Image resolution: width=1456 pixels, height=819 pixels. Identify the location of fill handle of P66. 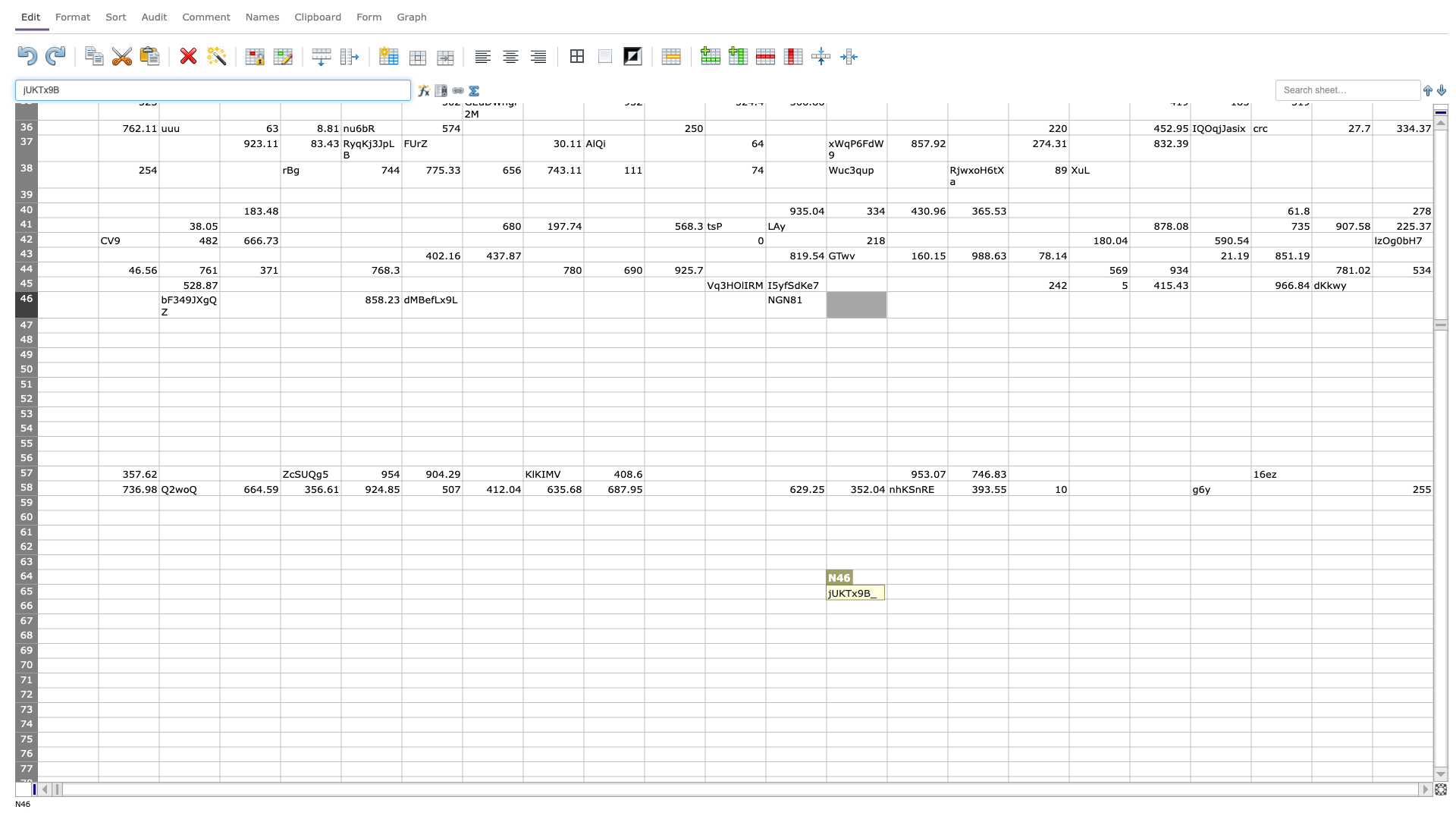
(1008, 613).